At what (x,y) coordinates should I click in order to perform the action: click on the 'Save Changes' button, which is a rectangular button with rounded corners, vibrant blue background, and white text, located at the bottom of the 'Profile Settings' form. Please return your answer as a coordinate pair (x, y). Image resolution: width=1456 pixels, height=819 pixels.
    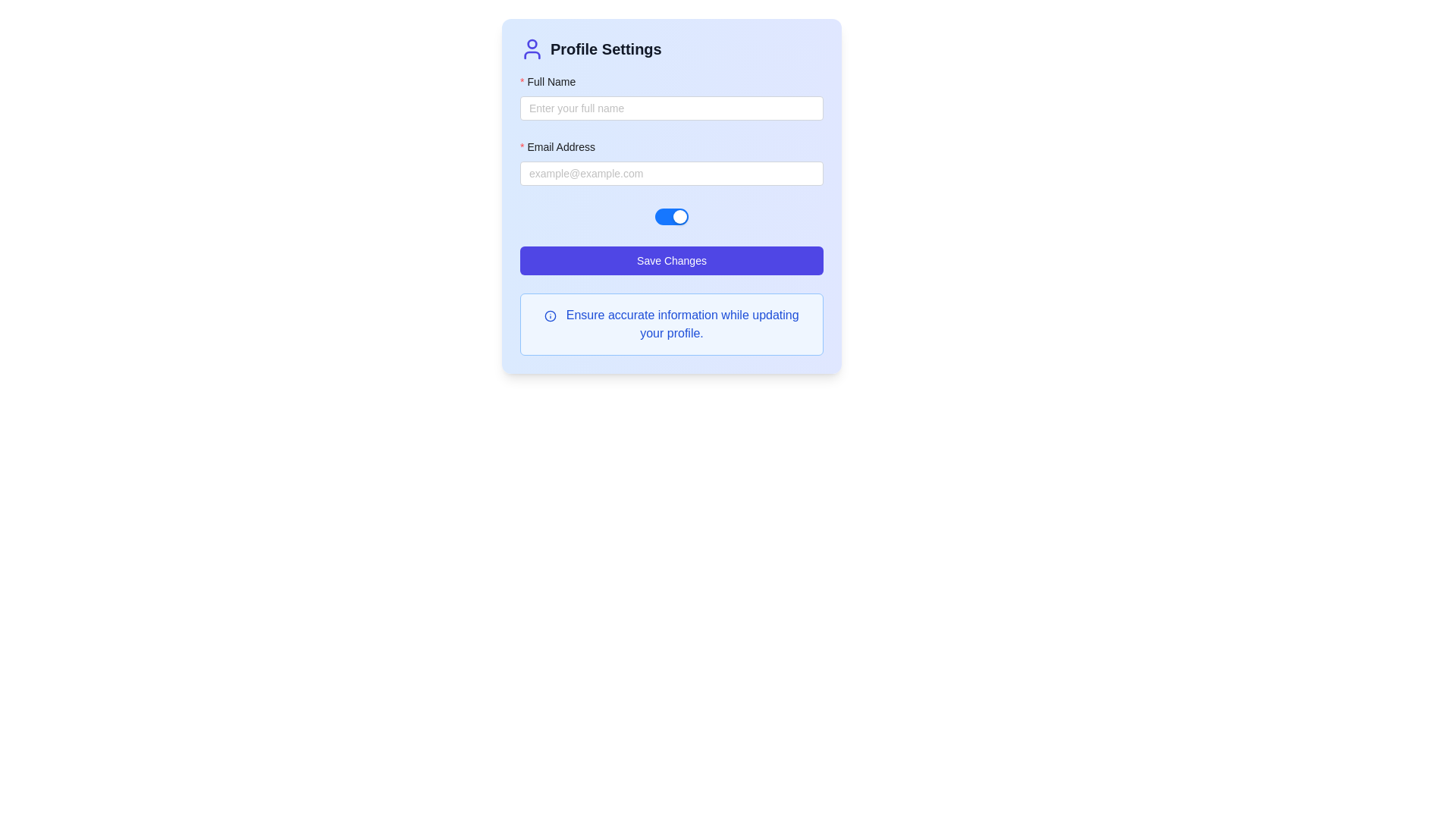
    Looking at the image, I should click on (671, 259).